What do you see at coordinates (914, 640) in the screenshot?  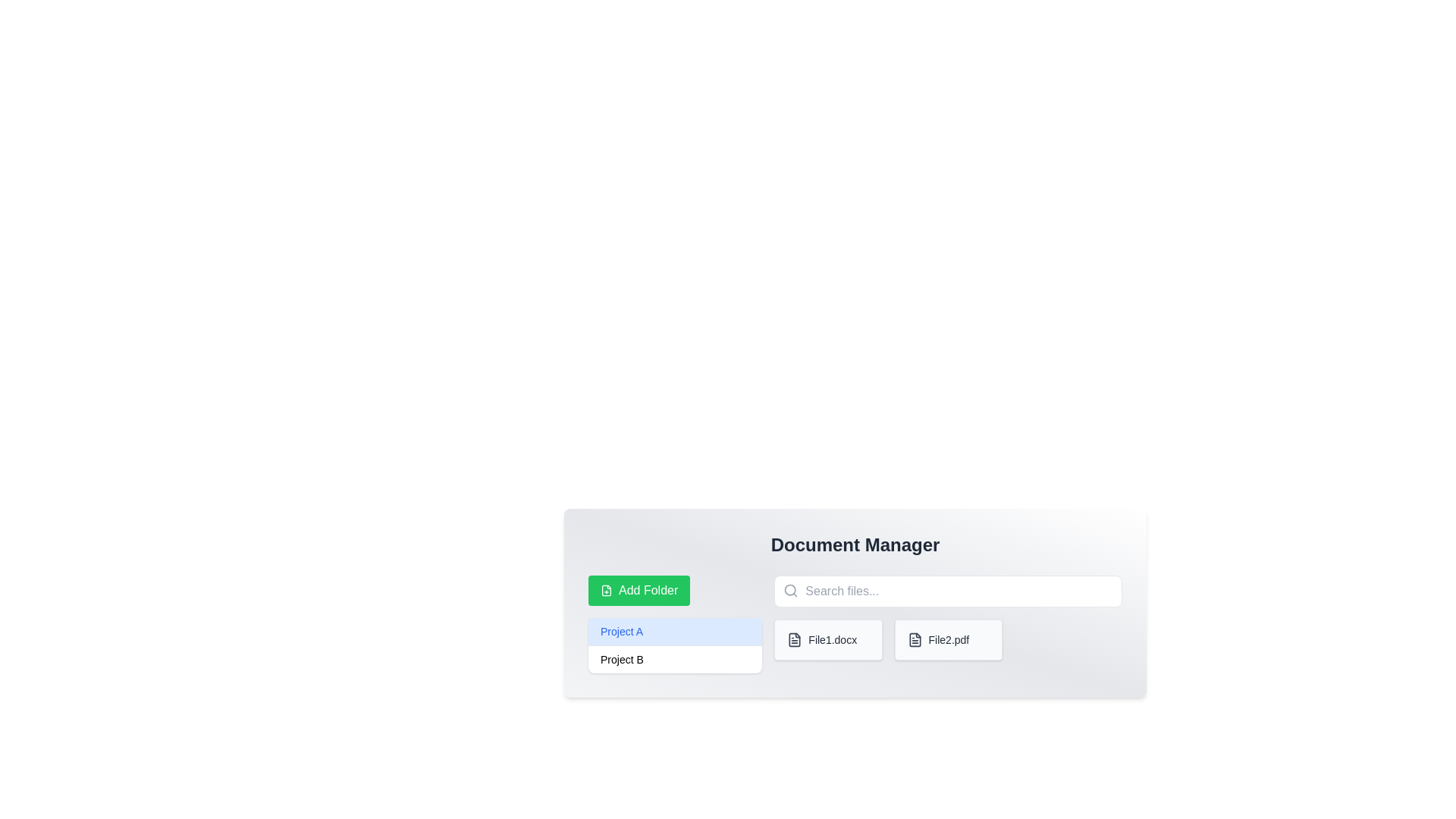 I see `the visual styling of the gray document icon located to the left of the 'File2.pdf' label` at bounding box center [914, 640].